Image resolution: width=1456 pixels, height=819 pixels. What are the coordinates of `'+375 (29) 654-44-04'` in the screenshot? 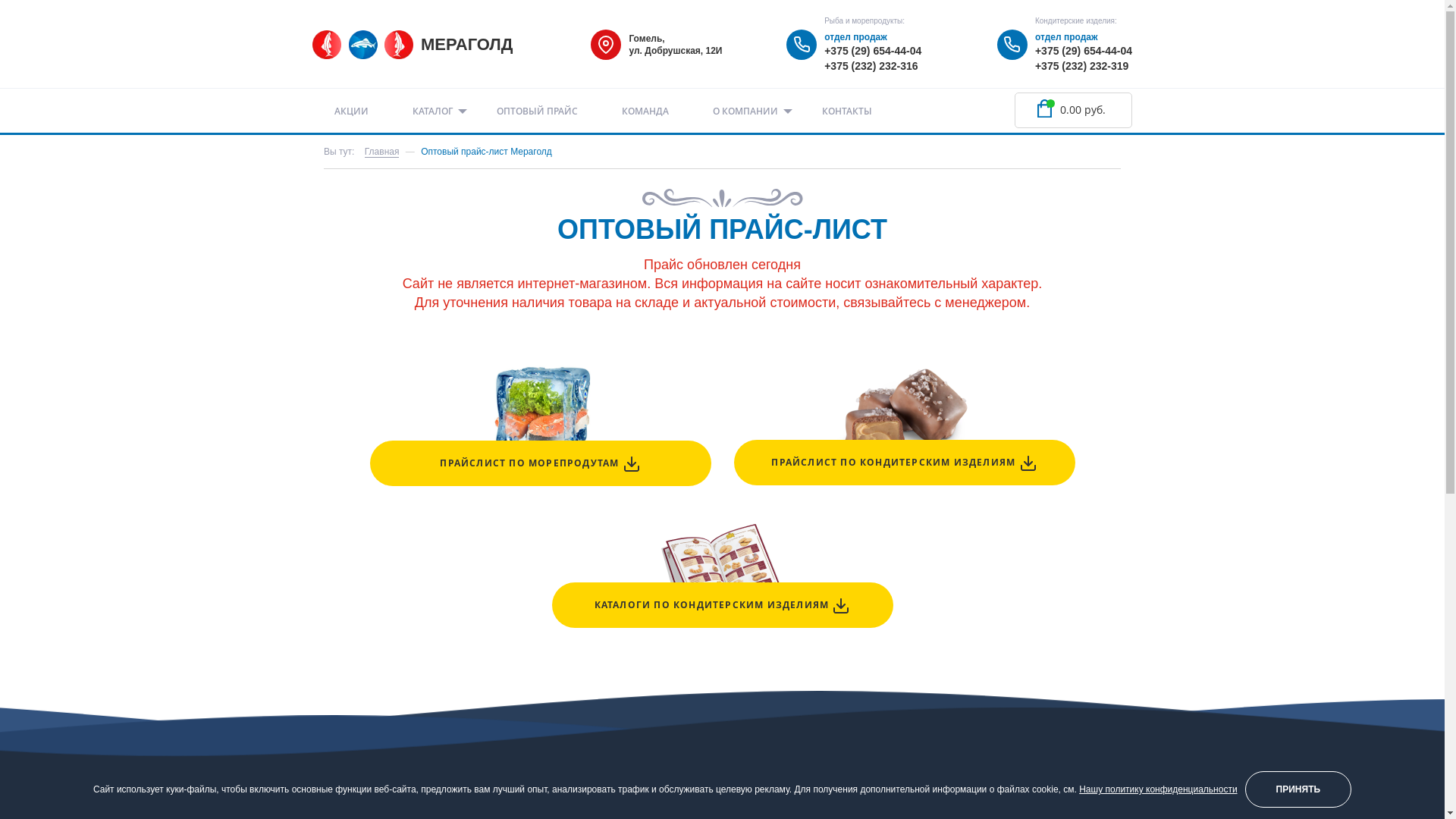 It's located at (873, 49).